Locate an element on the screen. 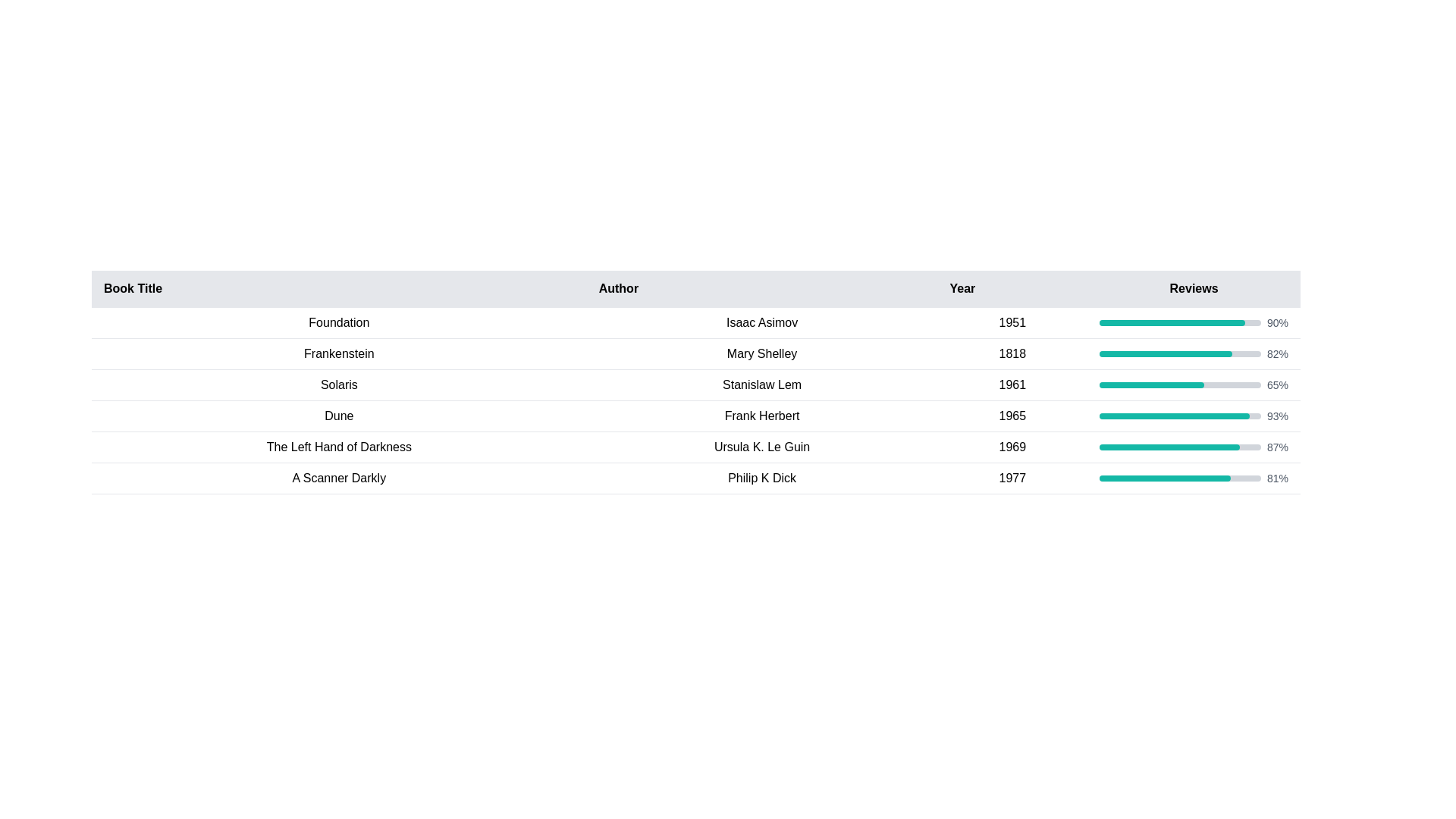 The image size is (1456, 819). the progress bar representing an '81%' rating for the book 'A Scanner Darkly' located in the 'Reviews' column of the last row in the table is located at coordinates (1193, 479).